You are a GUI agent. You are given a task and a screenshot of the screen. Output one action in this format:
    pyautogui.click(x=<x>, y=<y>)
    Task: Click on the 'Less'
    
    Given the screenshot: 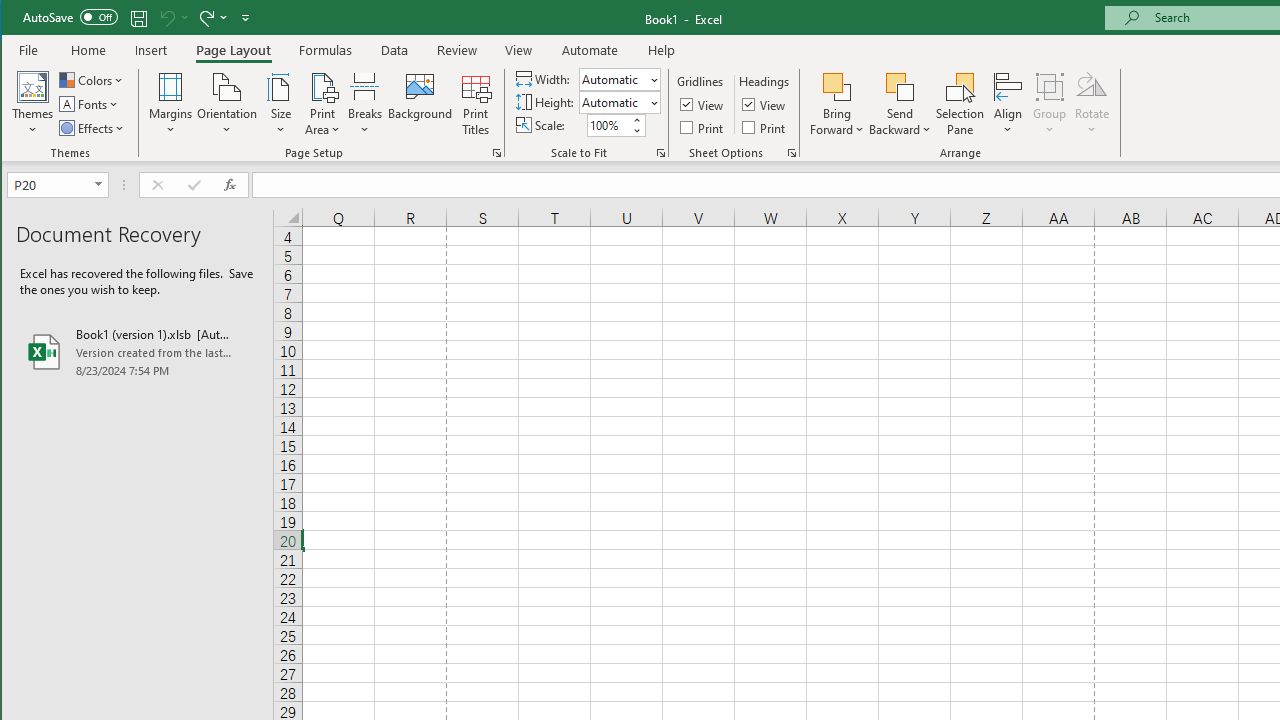 What is the action you would take?
    pyautogui.click(x=635, y=130)
    